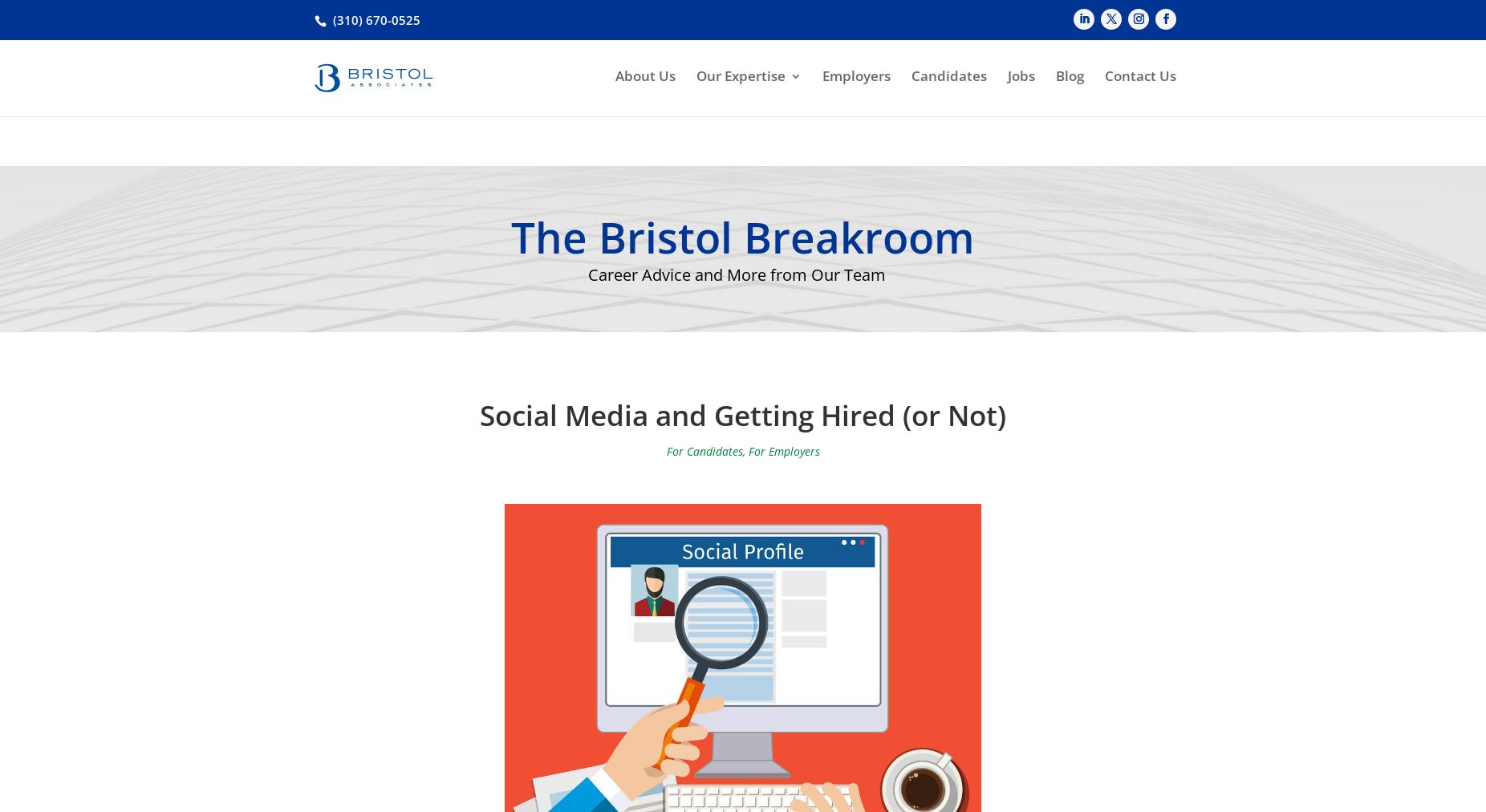 This screenshot has width=1486, height=812. What do you see at coordinates (1070, 103) in the screenshot?
I see `'Blog'` at bounding box center [1070, 103].